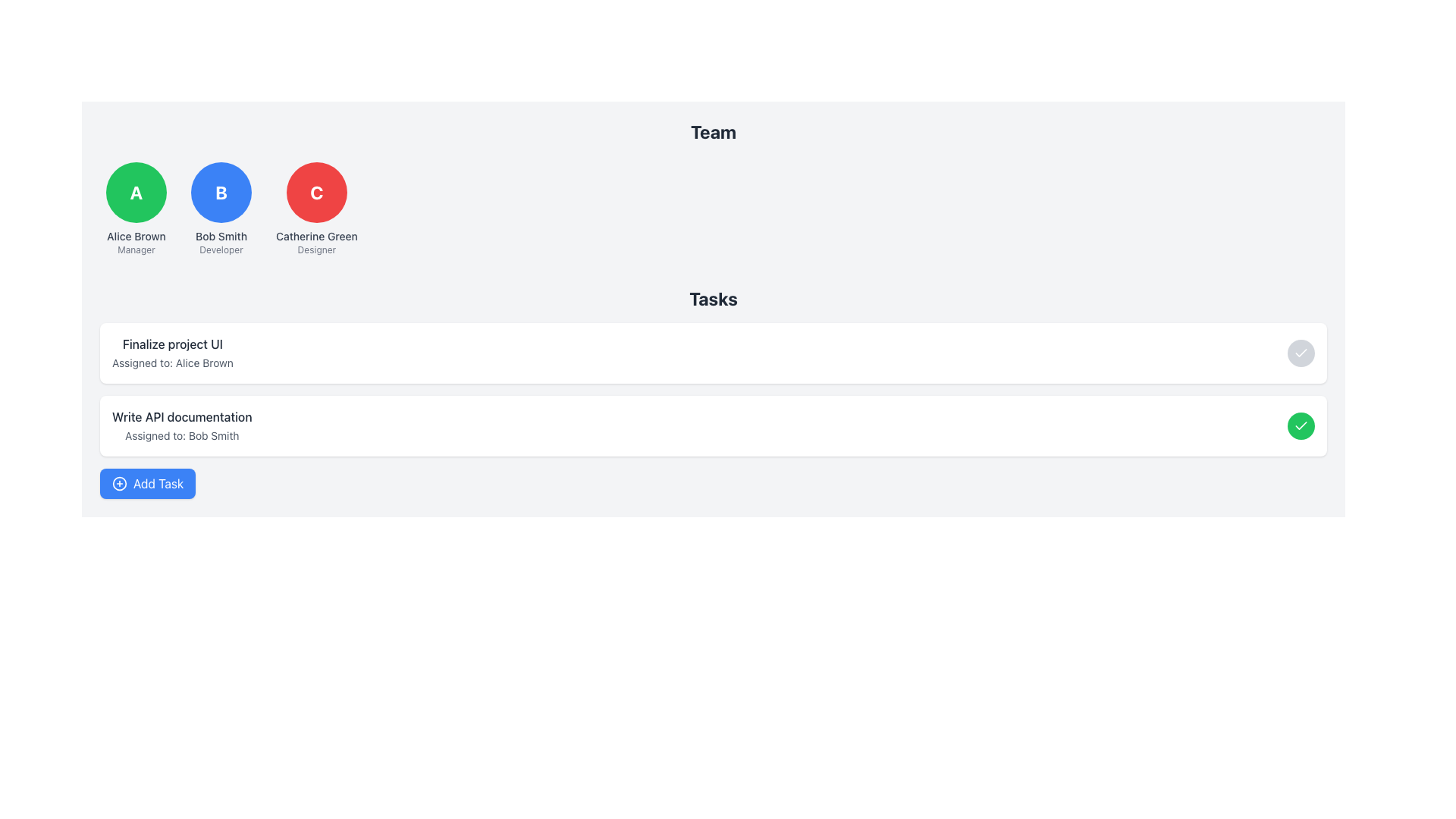  What do you see at coordinates (136, 237) in the screenshot?
I see `the text label element displaying the name 'Alice Brown', which is styled in gray color and positioned below the green circular icon with 'A'` at bounding box center [136, 237].